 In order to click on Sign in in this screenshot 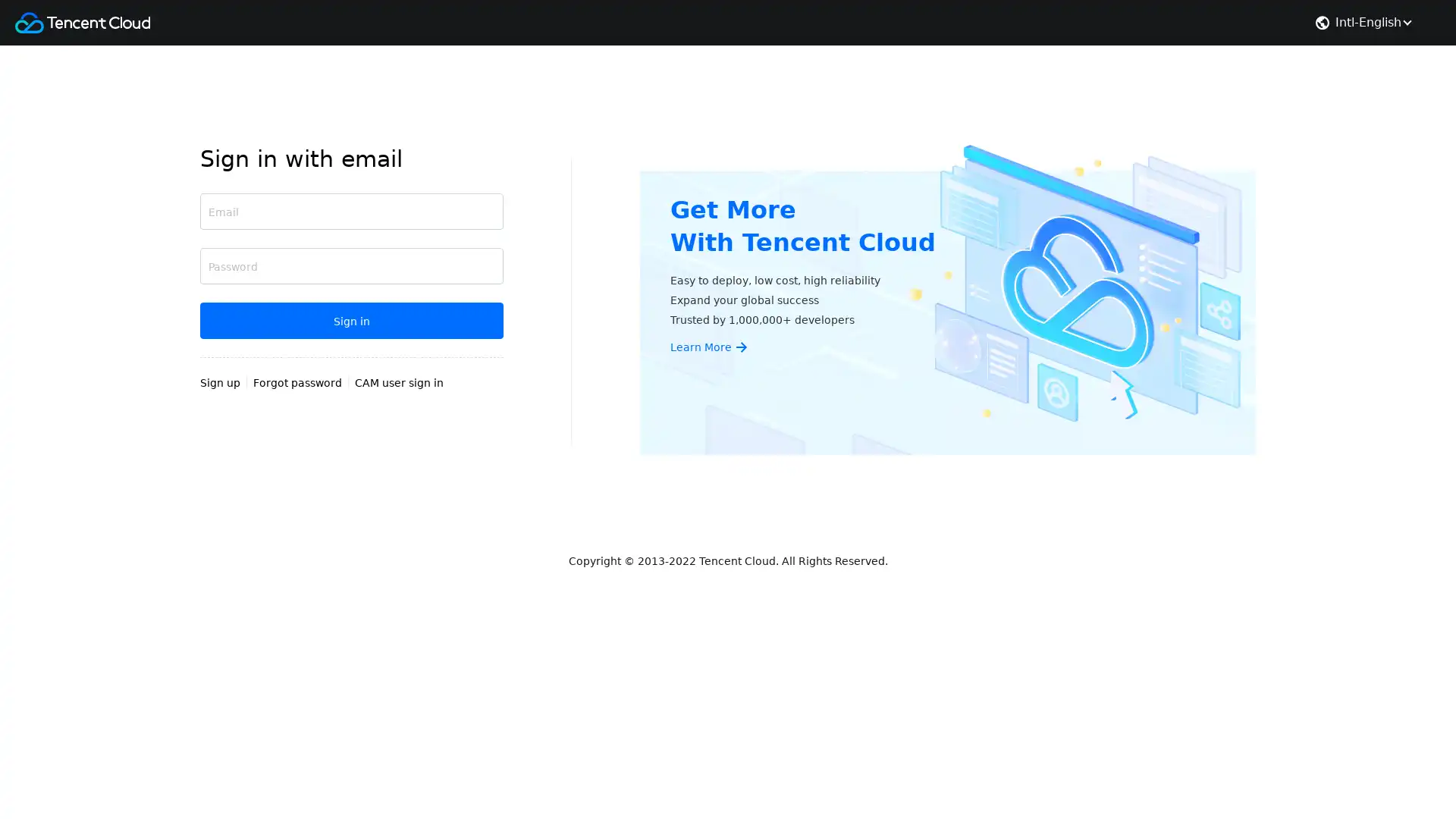, I will do `click(351, 320)`.